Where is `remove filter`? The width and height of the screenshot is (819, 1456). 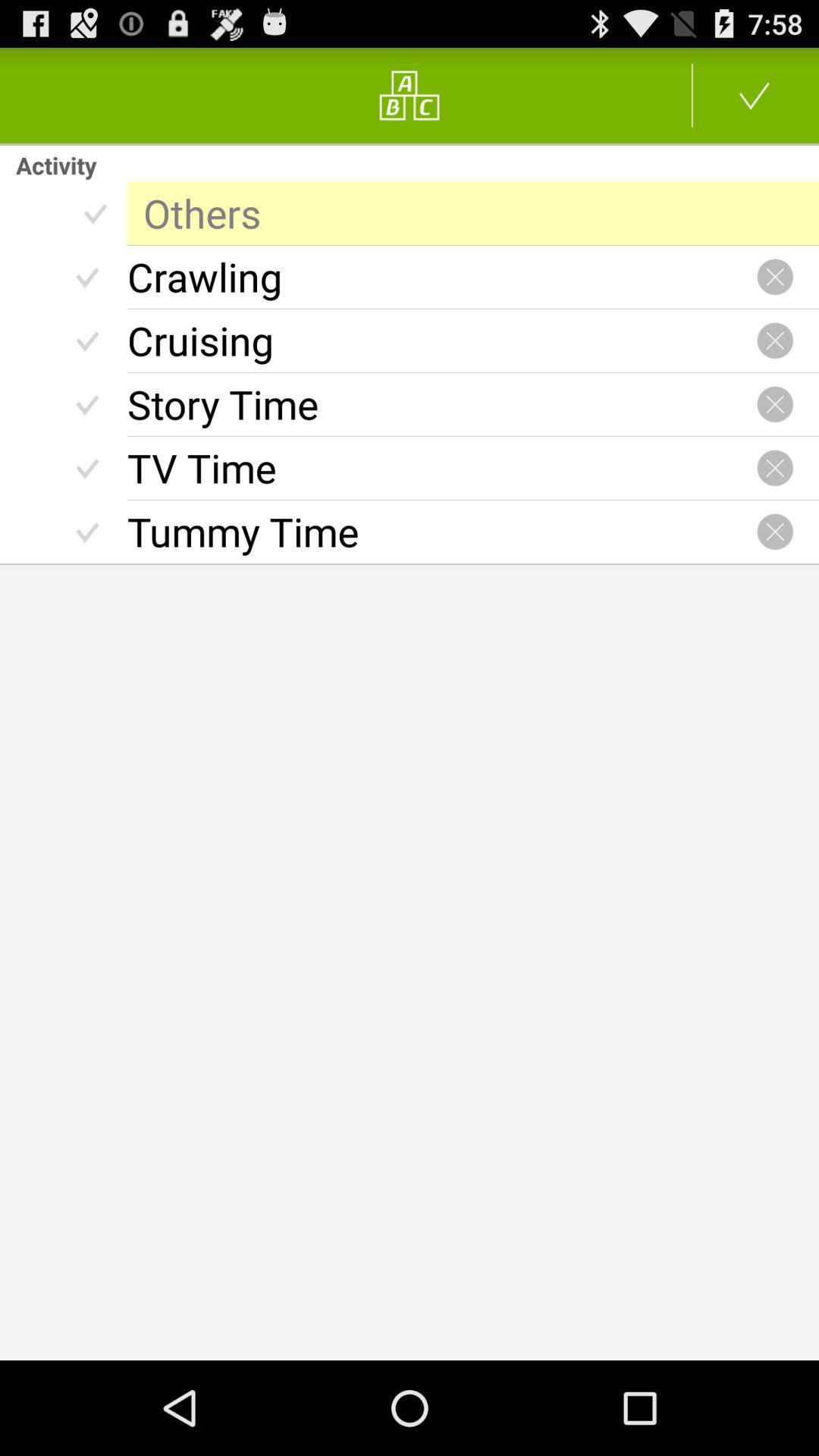
remove filter is located at coordinates (775, 340).